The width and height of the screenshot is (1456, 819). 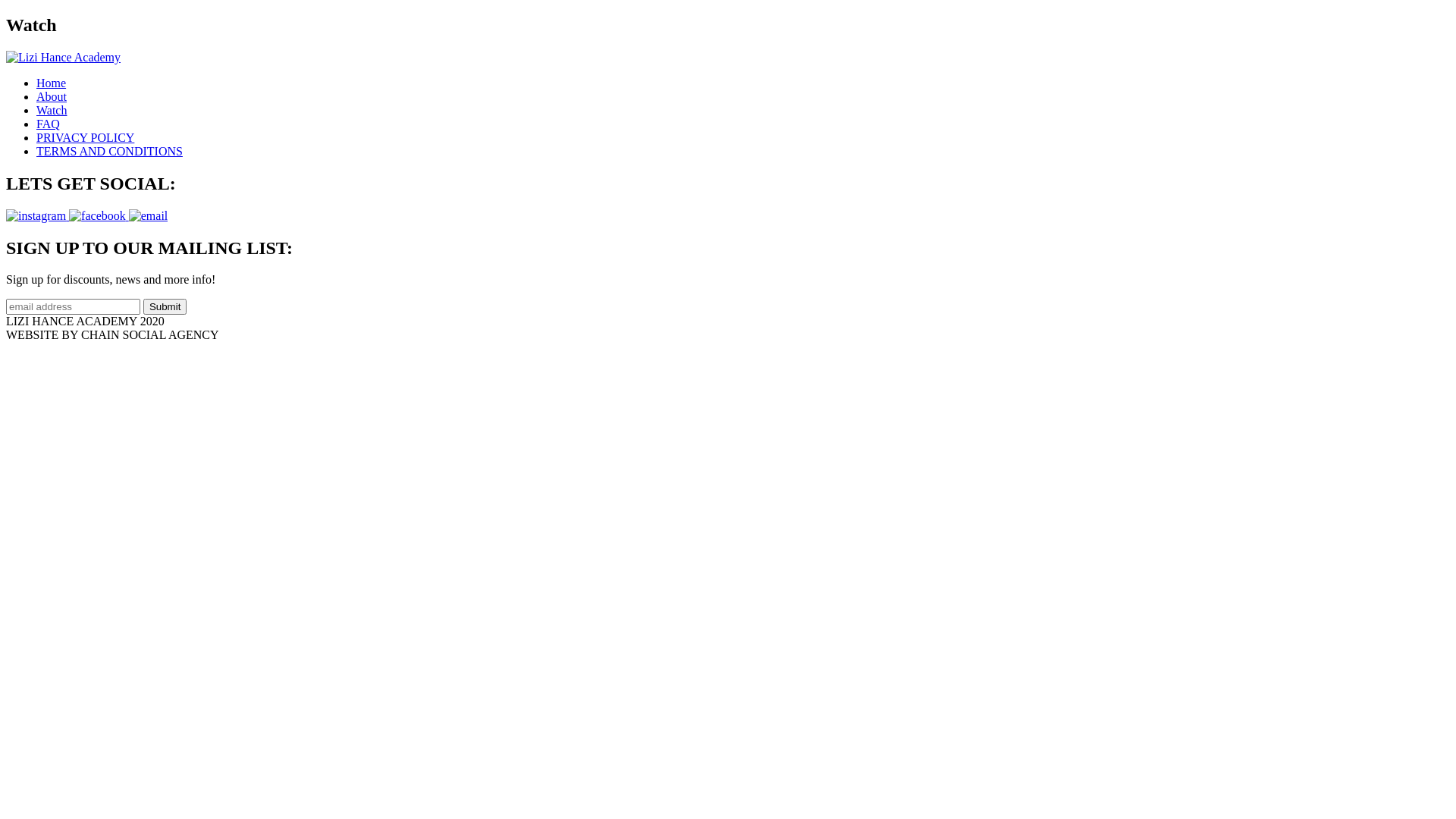 I want to click on 'PRIVACY POLICY', so click(x=36, y=137).